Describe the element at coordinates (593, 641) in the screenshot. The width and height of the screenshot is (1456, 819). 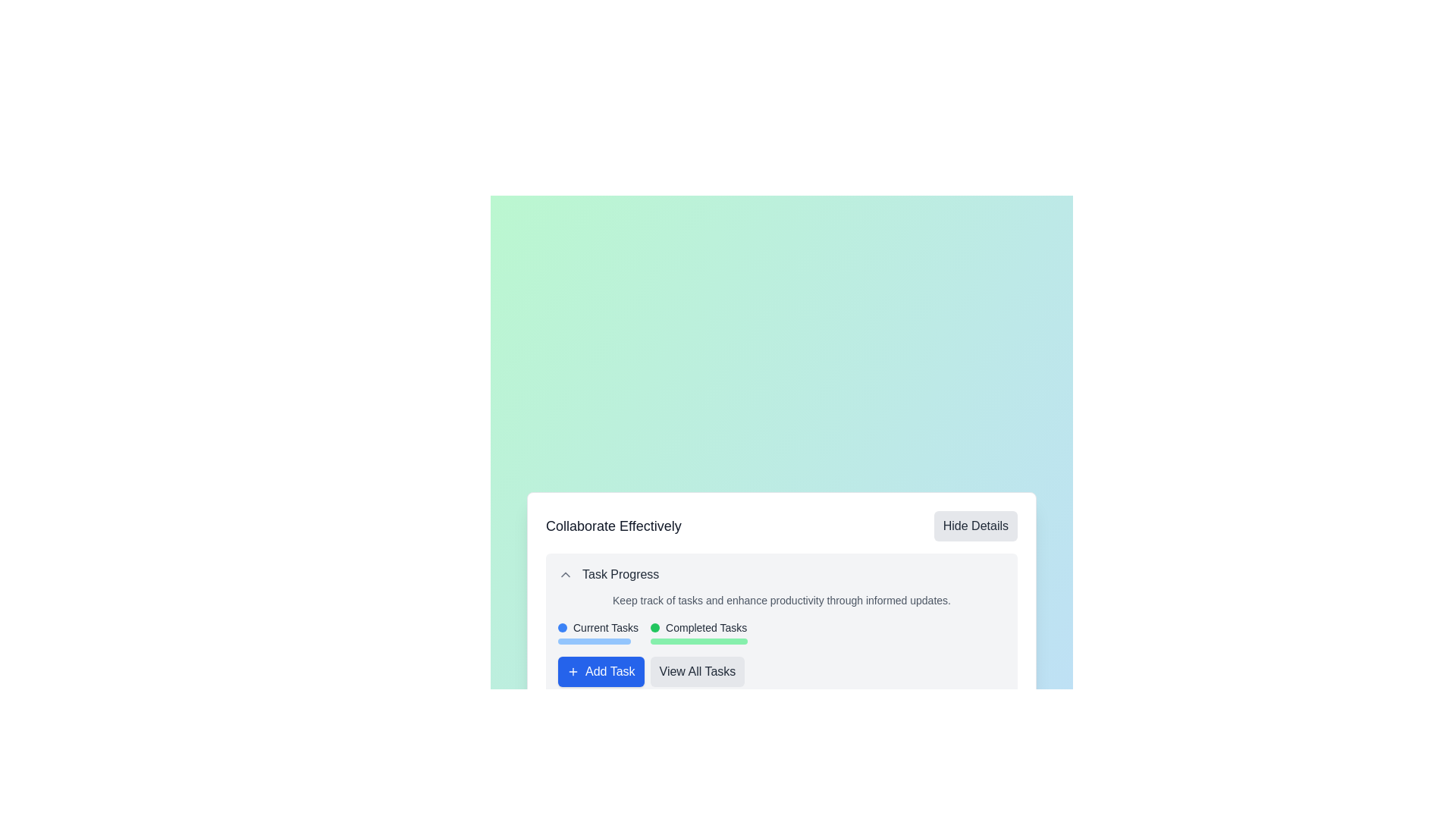
I see `the progress bar located below the 'Current Tasks' label and to the right of the blue circular icon, within the 'Task Progress' group` at that location.